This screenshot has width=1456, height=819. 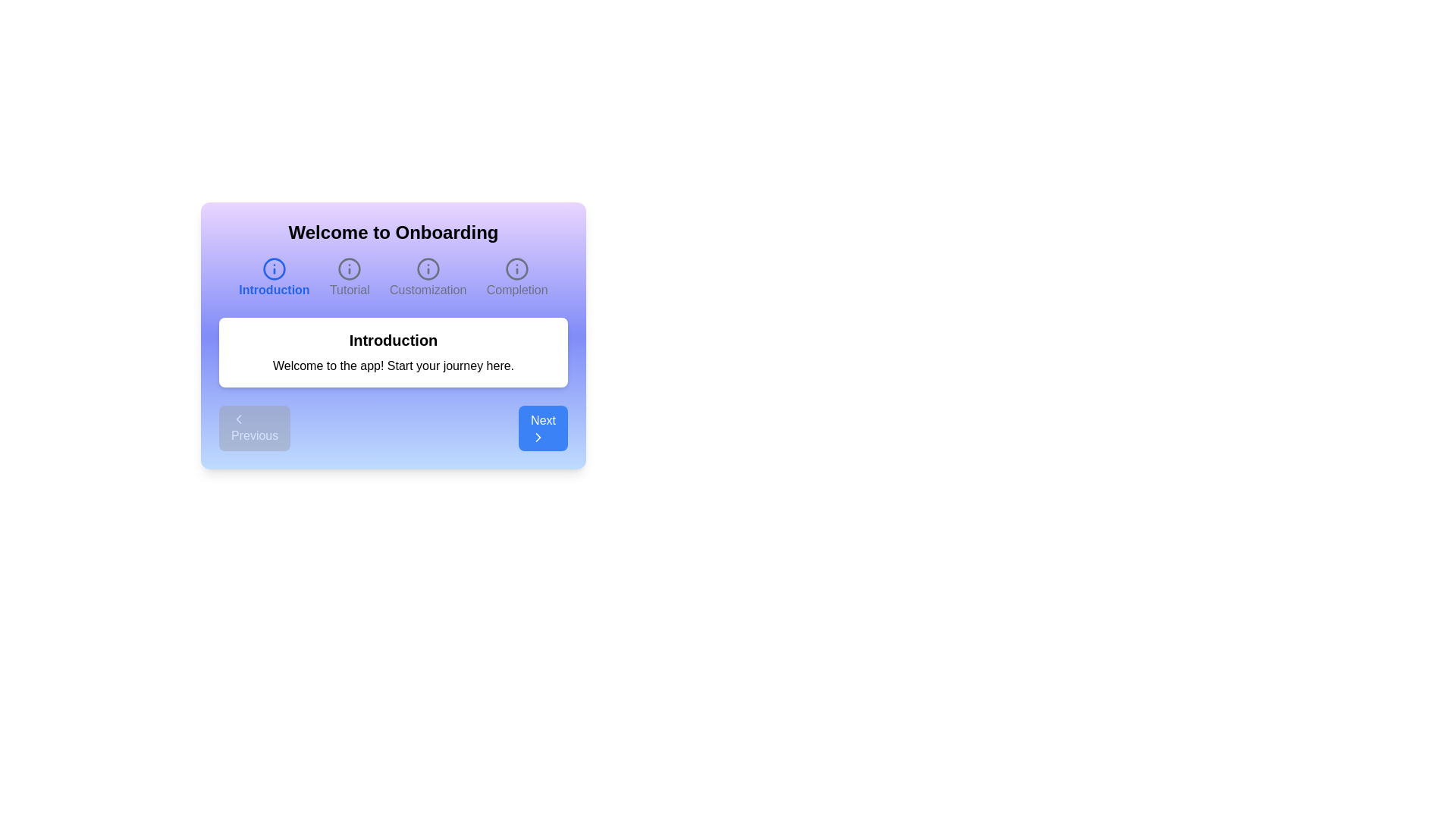 I want to click on the centered text heading 'Welcome to Onboarding', so click(x=393, y=233).